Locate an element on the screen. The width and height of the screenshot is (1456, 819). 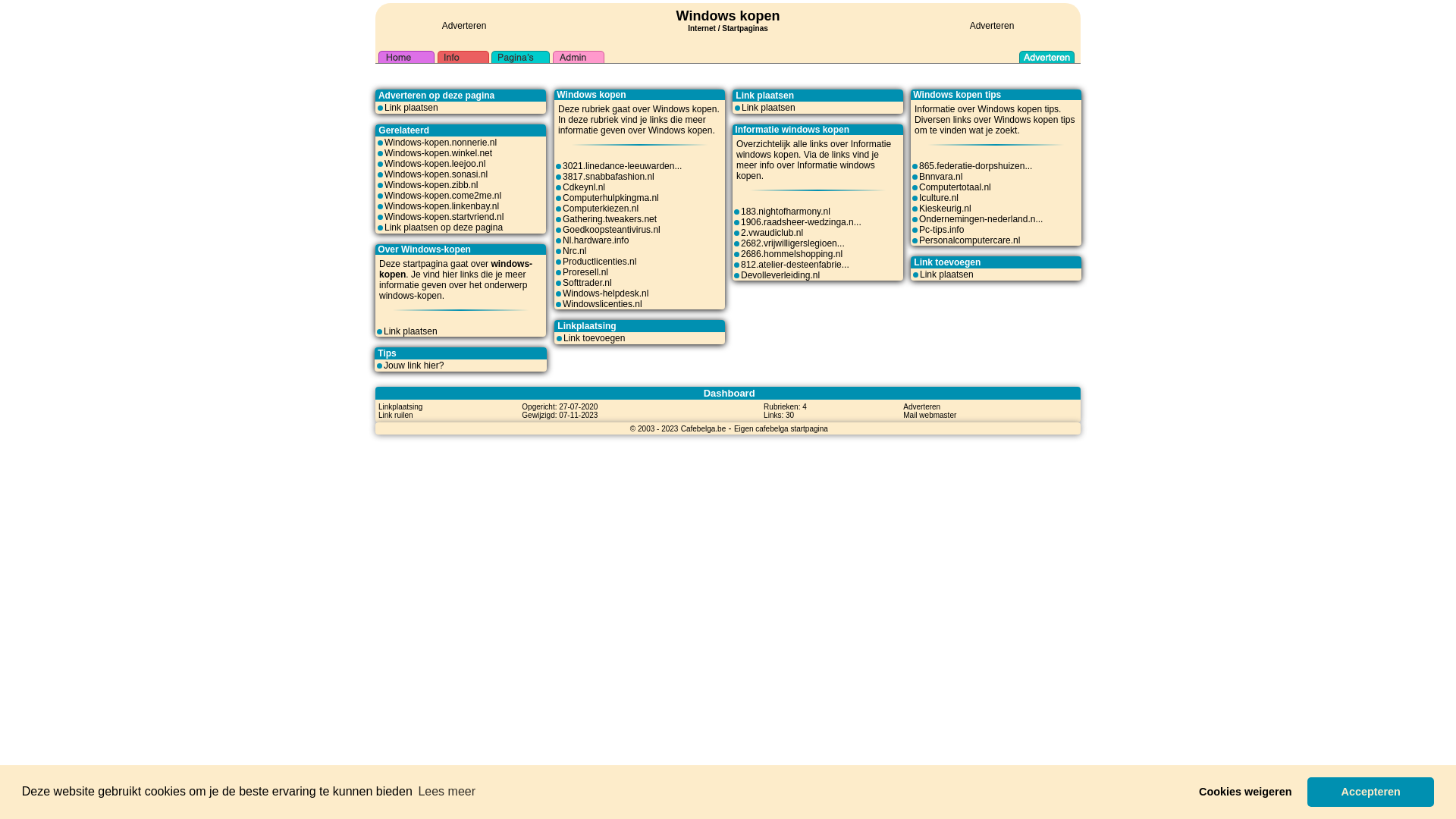
'Cdkeynl.nl' is located at coordinates (582, 186).